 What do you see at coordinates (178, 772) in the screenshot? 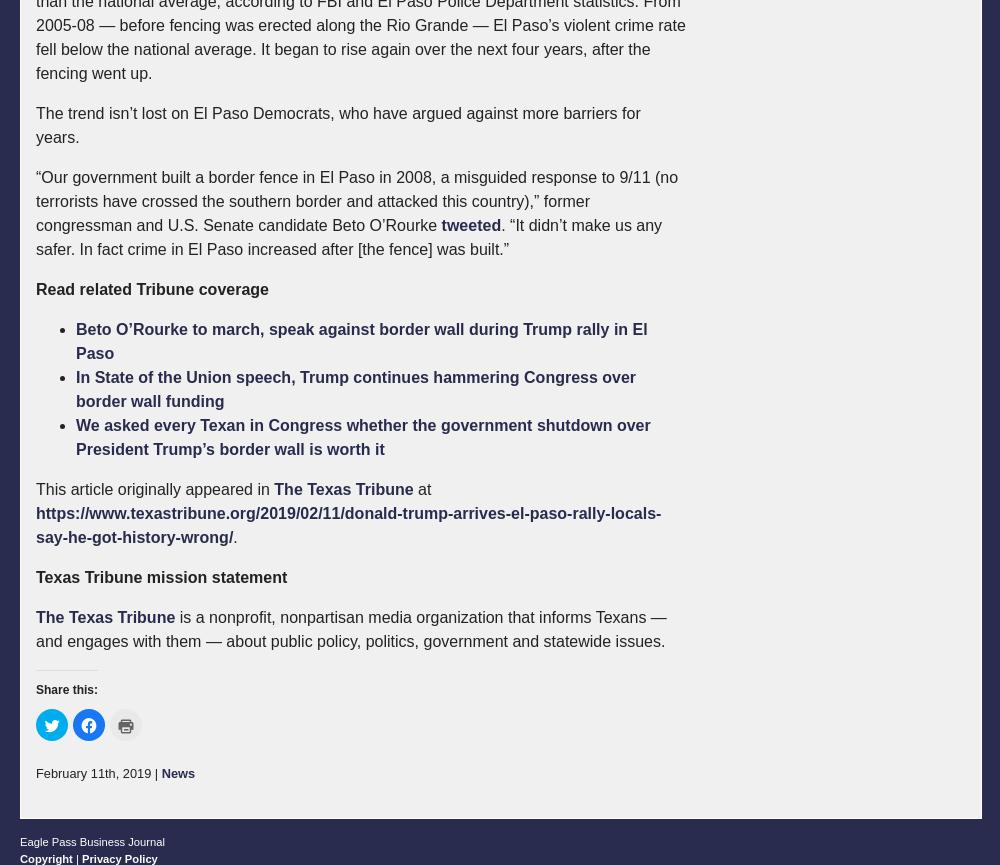
I see `'News'` at bounding box center [178, 772].